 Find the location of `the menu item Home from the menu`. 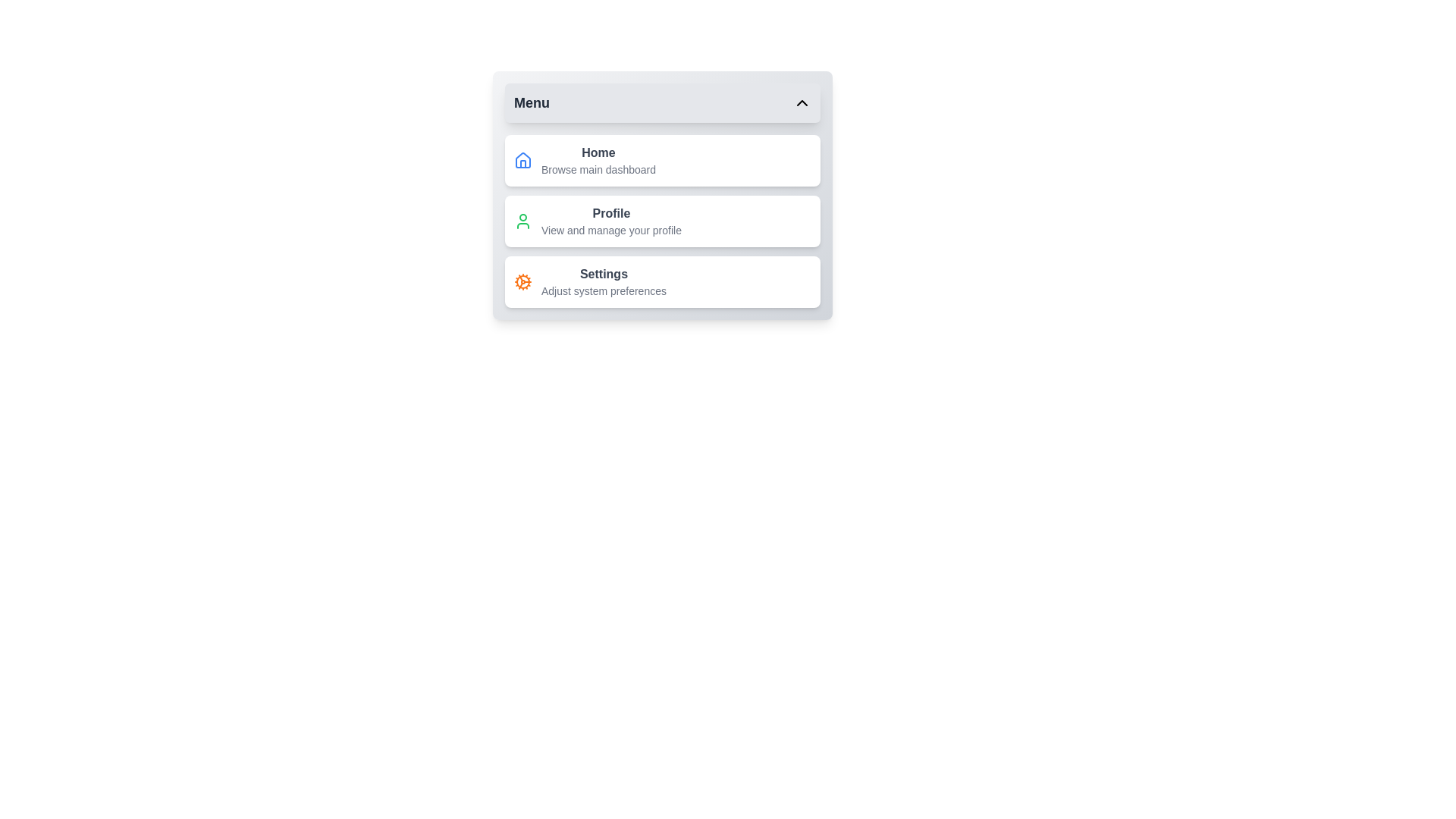

the menu item Home from the menu is located at coordinates (662, 161).